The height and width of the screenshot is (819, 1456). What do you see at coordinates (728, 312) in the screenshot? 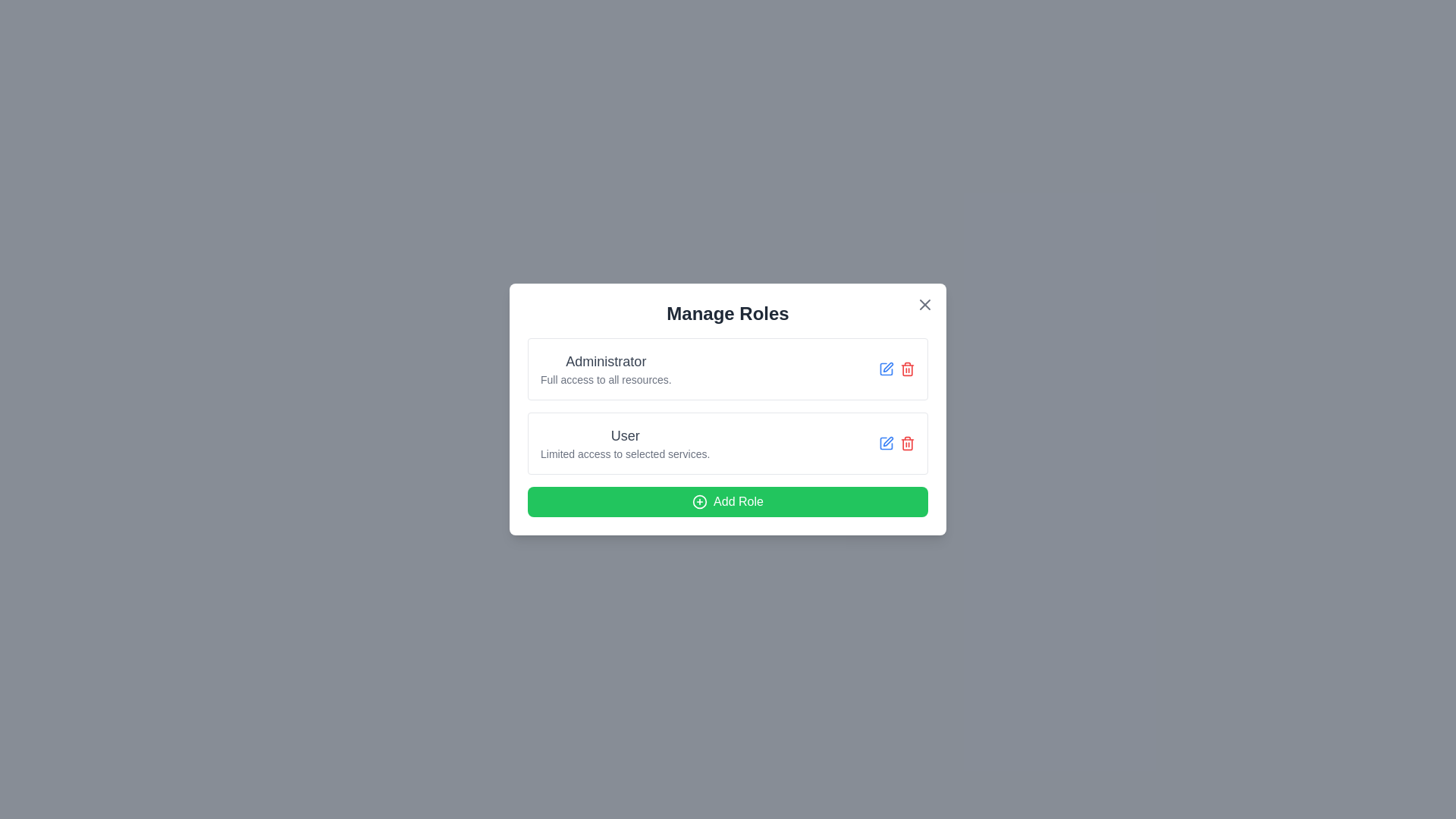
I see `the heading text display element at the top of the modal dialog that provides context for managing user roles` at bounding box center [728, 312].